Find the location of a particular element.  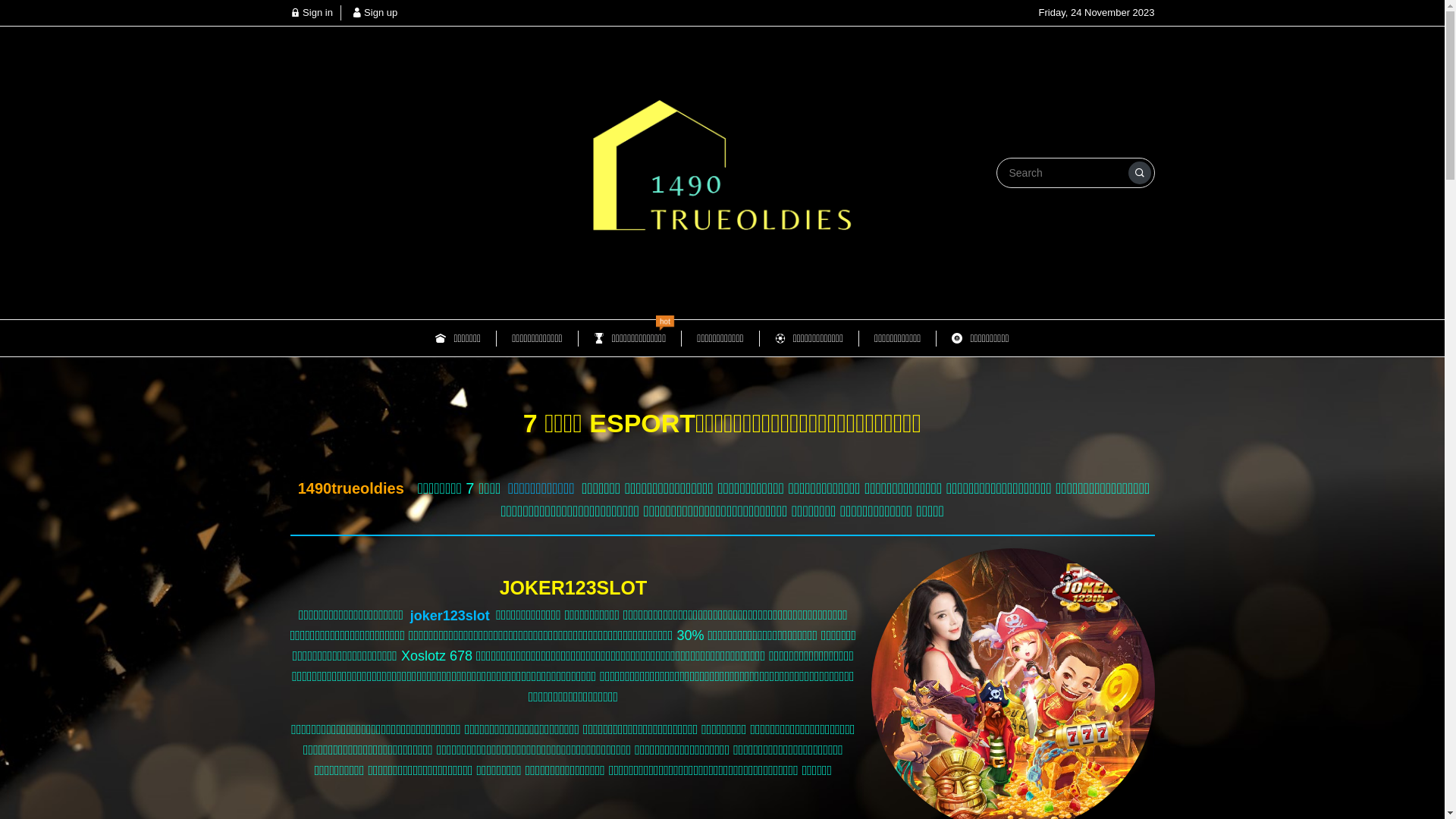

'Sign up' is located at coordinates (351, 12).